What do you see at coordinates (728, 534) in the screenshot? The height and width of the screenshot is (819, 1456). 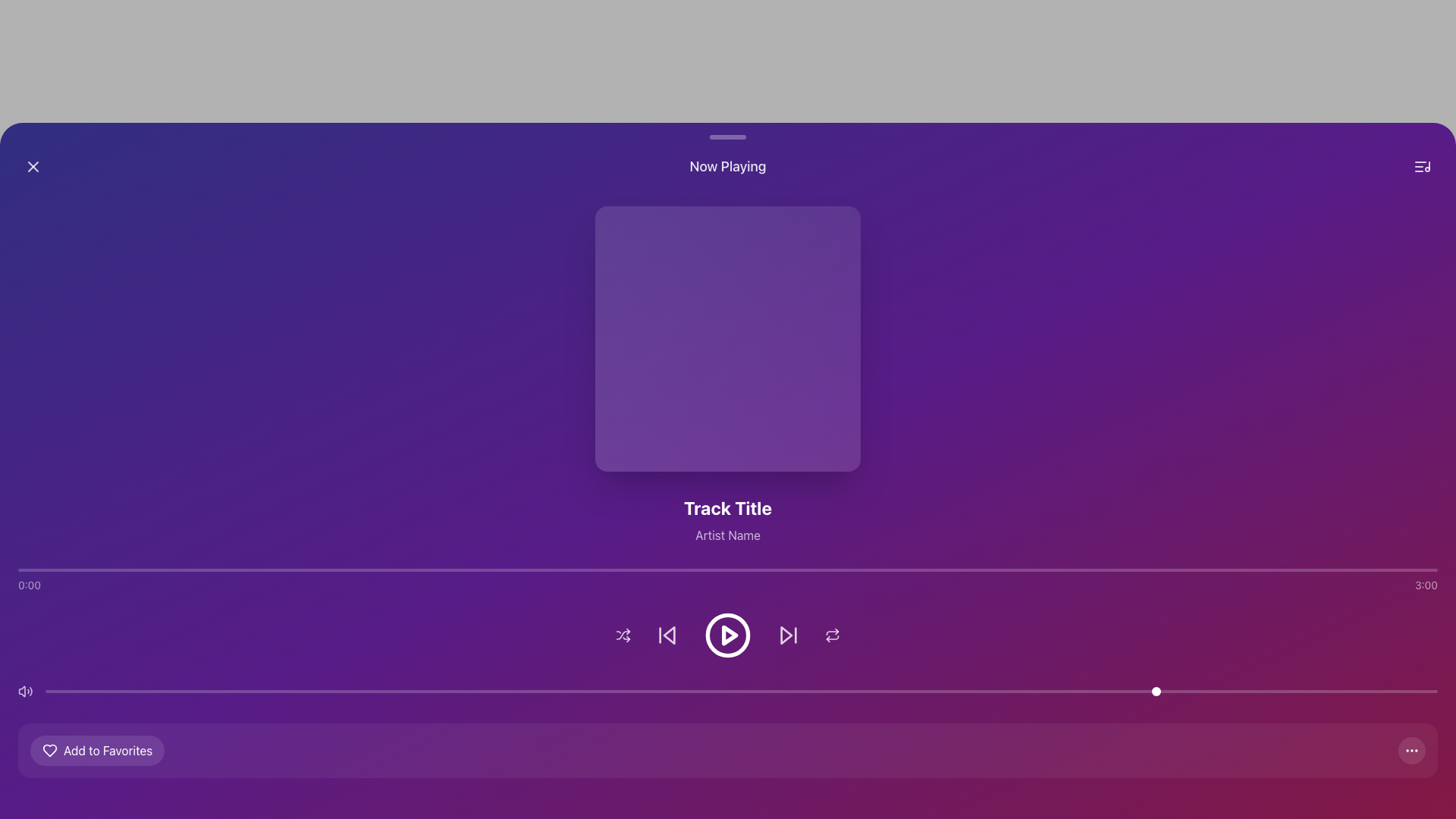 I see `the text label that provides information about the artist of the currently playing track, located directly beneath the 'Track Title' text and below the album artwork section` at bounding box center [728, 534].